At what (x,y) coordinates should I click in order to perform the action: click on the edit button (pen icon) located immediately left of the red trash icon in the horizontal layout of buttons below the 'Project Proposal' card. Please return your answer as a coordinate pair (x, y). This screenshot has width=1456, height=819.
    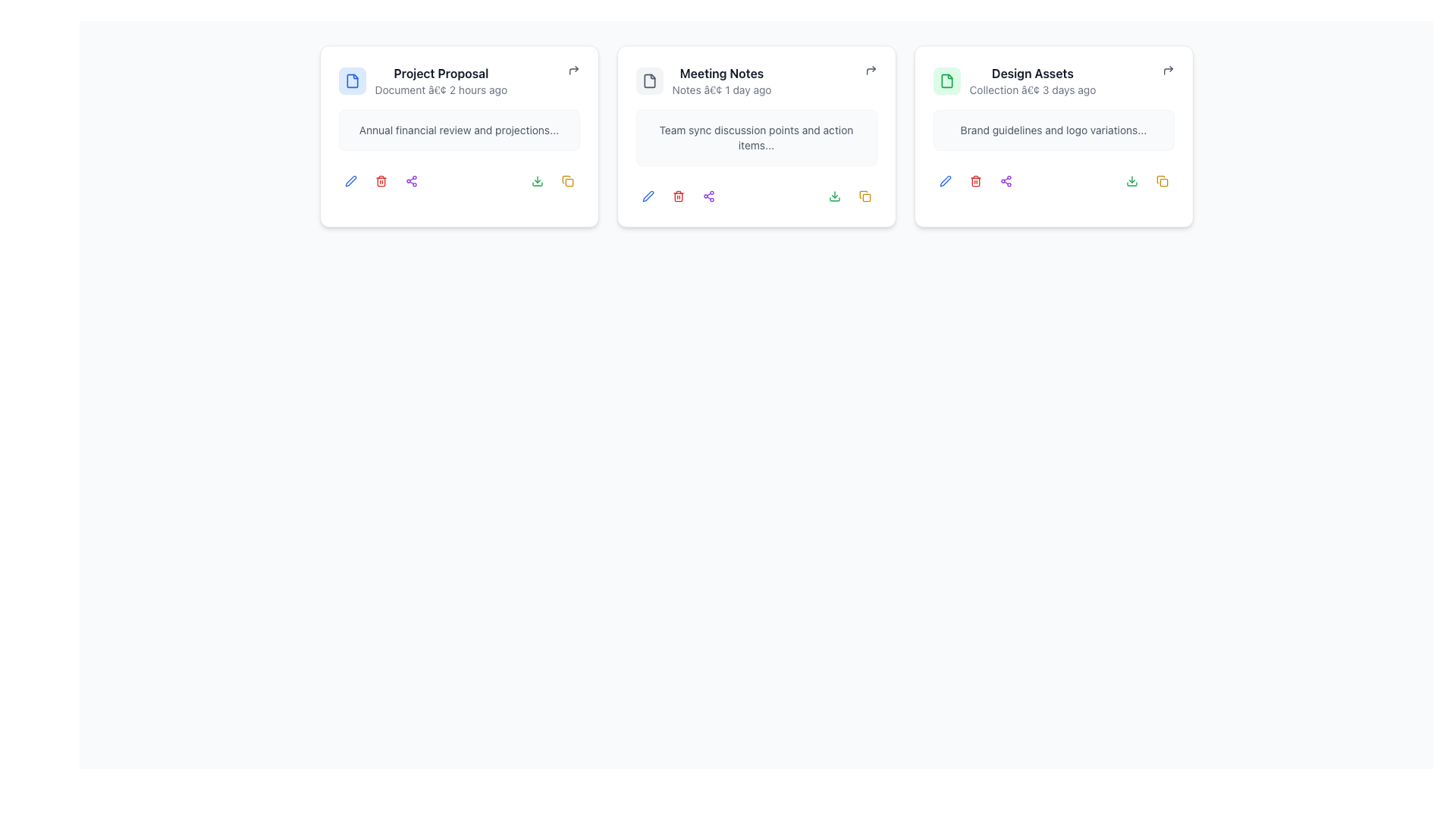
    Looking at the image, I should click on (350, 180).